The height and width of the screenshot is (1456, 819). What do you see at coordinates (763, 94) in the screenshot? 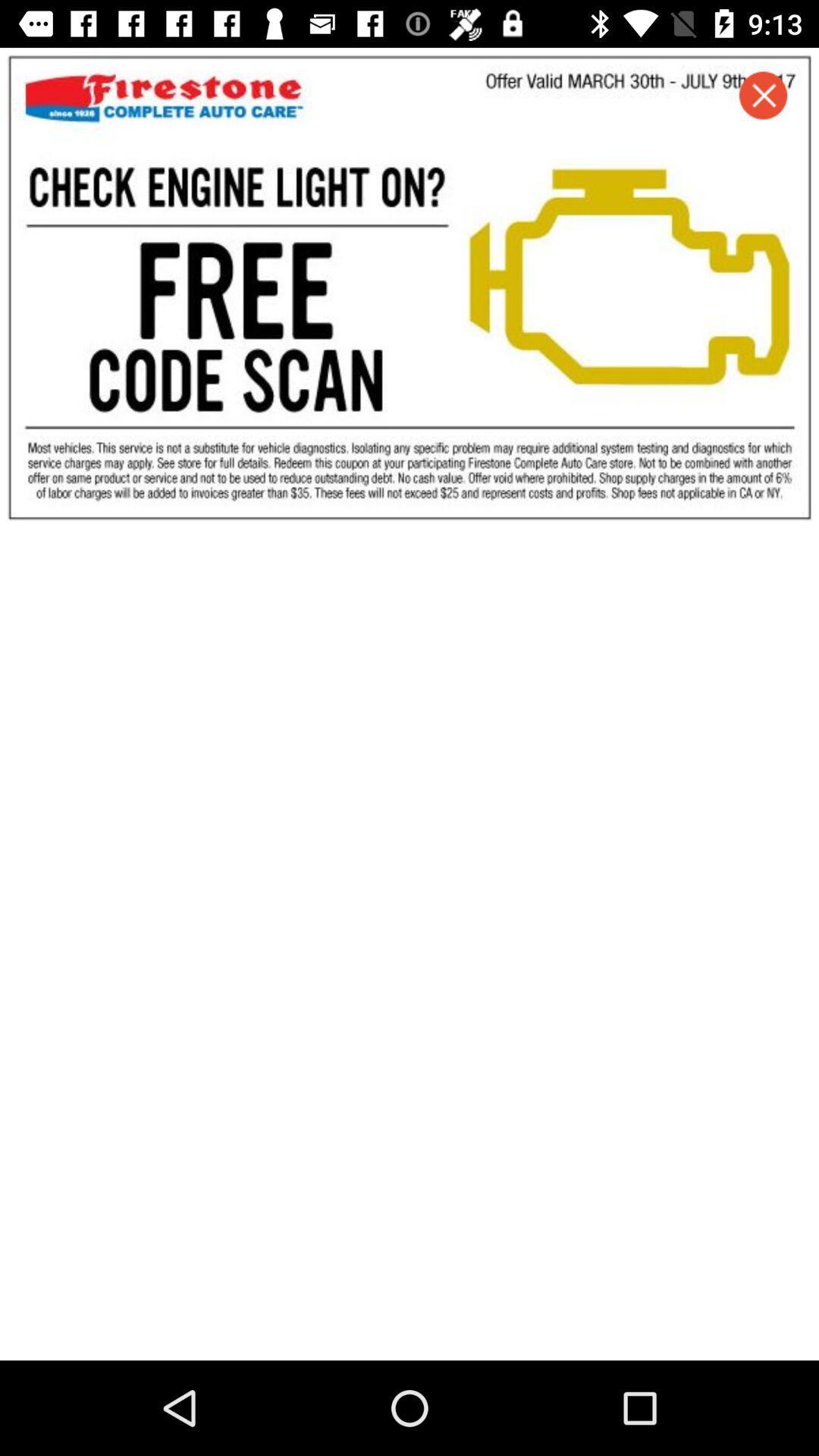
I see `the close icon` at bounding box center [763, 94].